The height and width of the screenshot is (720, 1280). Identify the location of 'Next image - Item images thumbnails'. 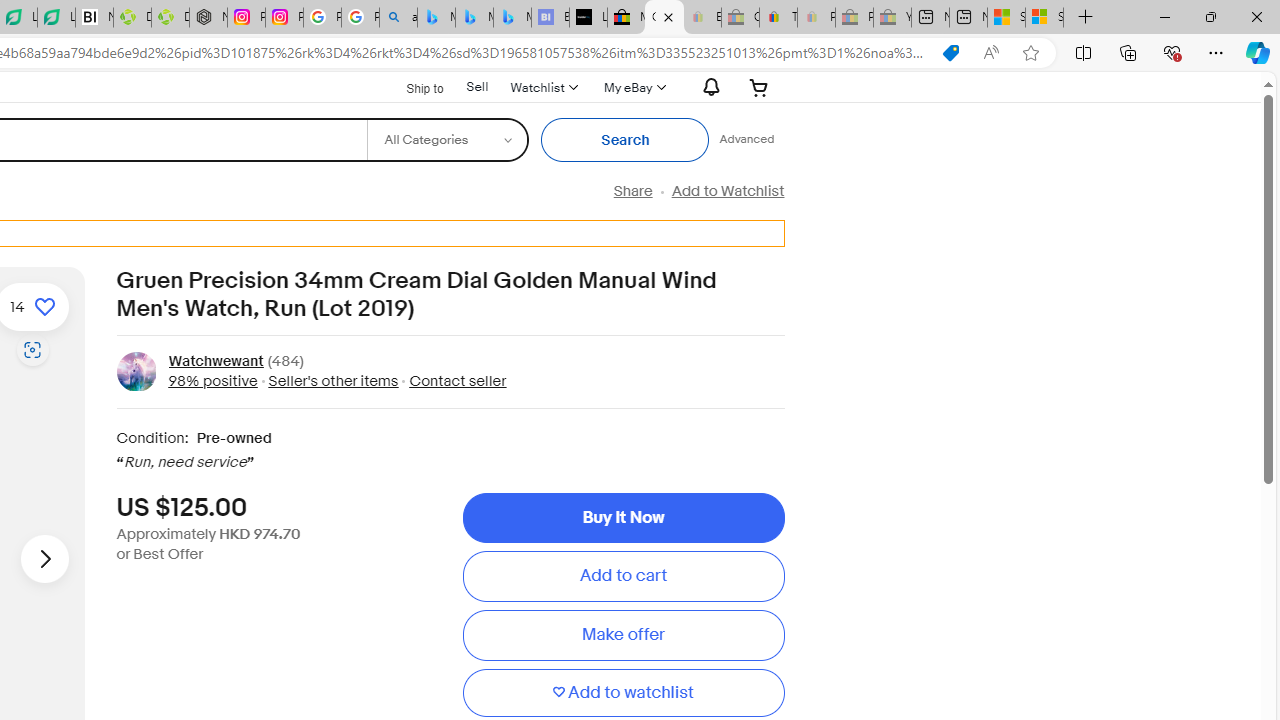
(44, 559).